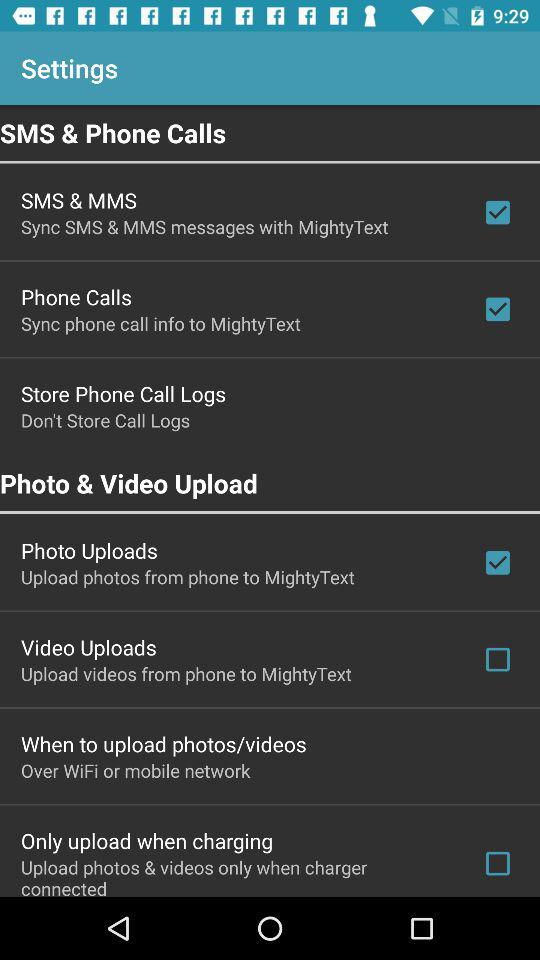  What do you see at coordinates (496, 863) in the screenshot?
I see `the check box which is to the immediate right of only upload when charging` at bounding box center [496, 863].